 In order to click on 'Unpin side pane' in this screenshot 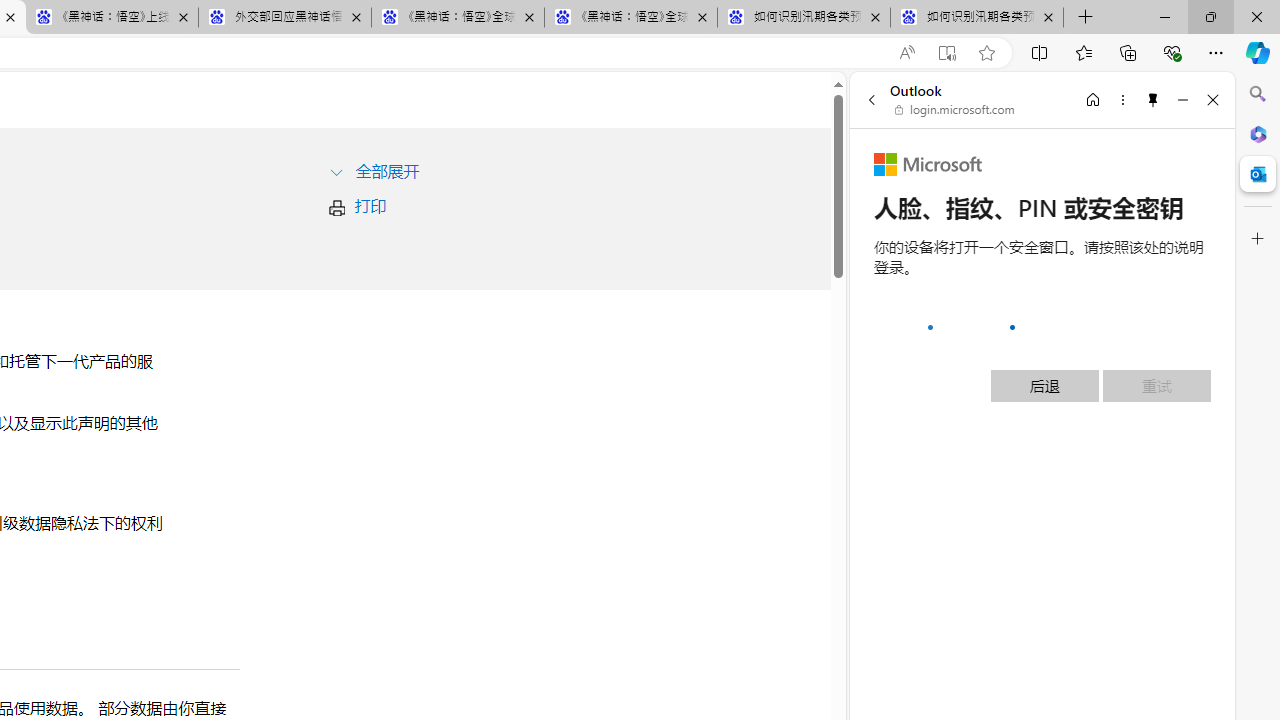, I will do `click(1153, 99)`.